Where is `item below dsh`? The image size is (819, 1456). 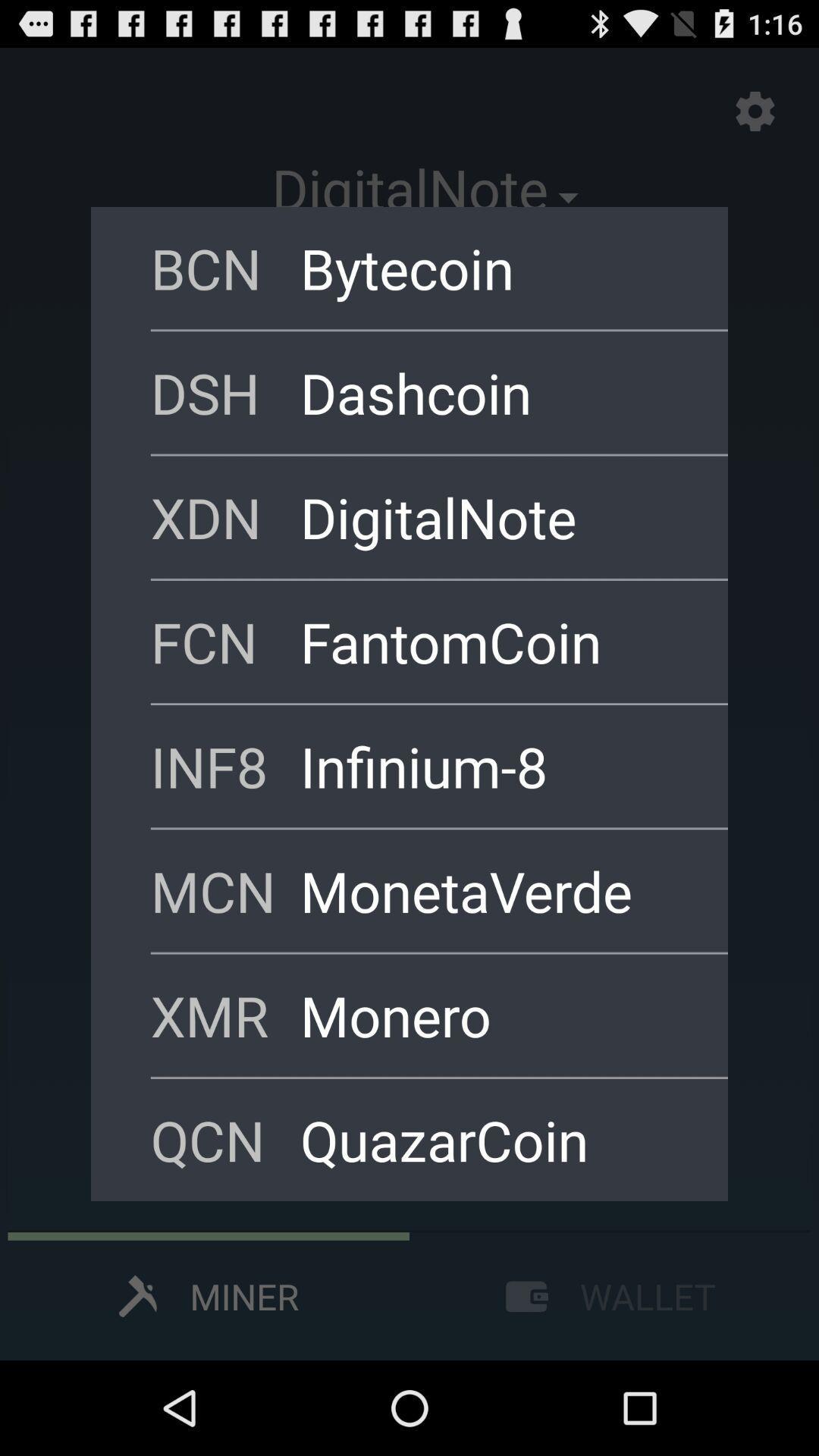 item below dsh is located at coordinates (494, 517).